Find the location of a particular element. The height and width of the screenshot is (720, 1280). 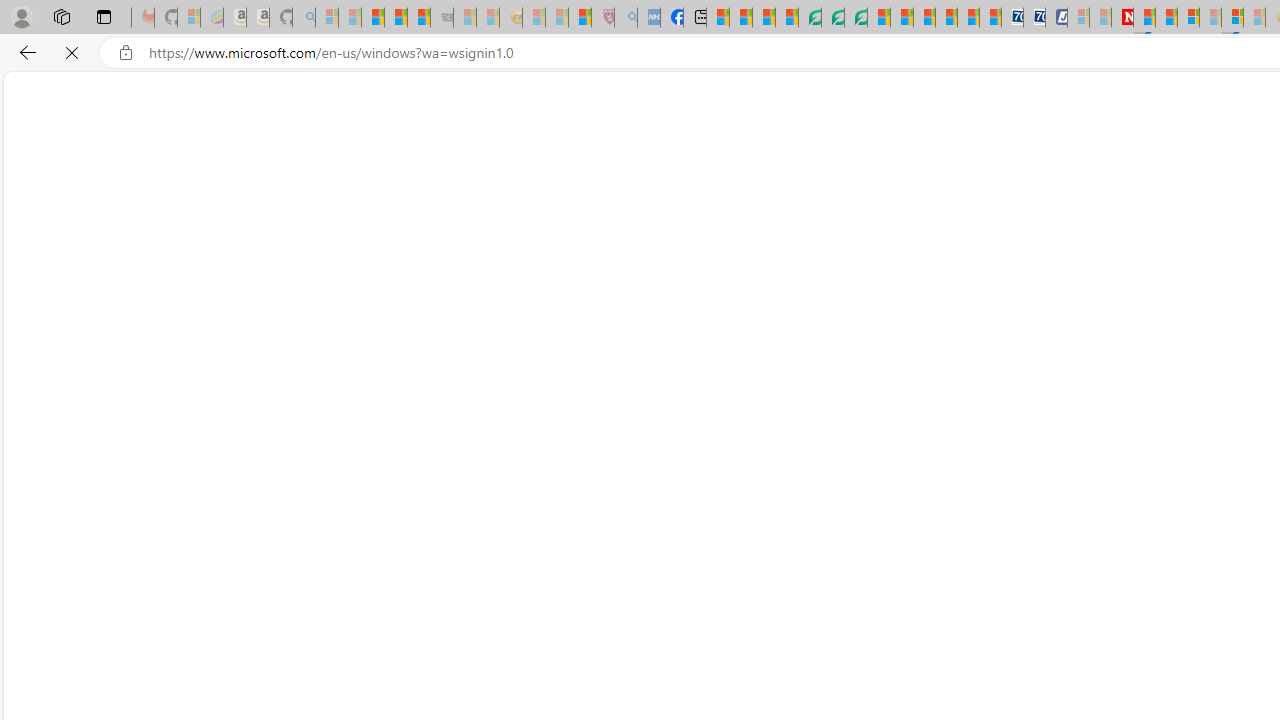

'The Weather Channel - MSN' is located at coordinates (373, 17).